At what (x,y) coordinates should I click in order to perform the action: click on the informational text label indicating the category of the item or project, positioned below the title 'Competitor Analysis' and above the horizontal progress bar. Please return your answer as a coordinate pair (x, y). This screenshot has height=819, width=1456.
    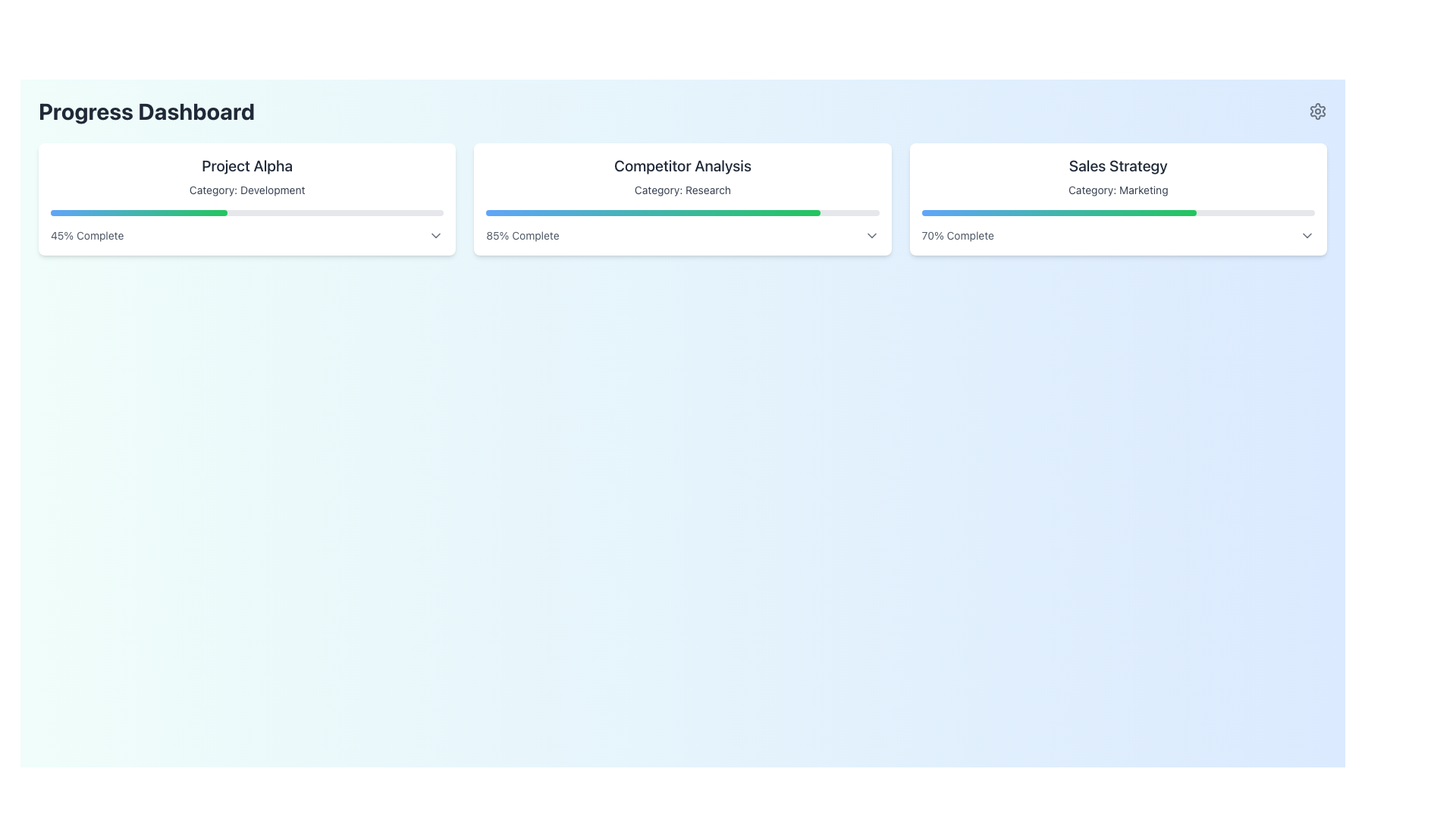
    Looking at the image, I should click on (682, 189).